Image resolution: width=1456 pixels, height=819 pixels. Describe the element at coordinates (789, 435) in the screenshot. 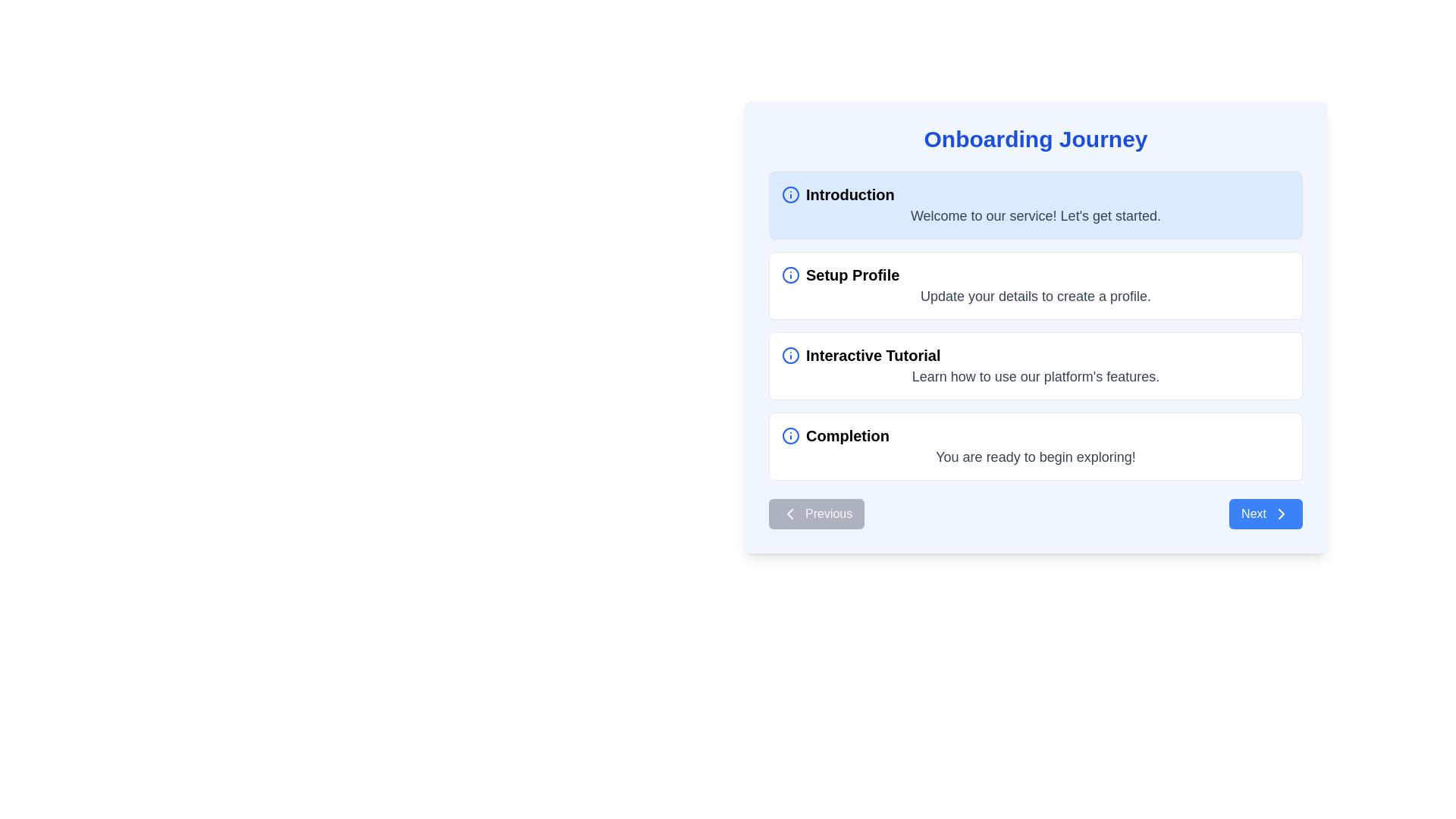

I see `the circular SVG element with a blue outline located to the left of the text 'Introduction' in the onboarding steps` at that location.